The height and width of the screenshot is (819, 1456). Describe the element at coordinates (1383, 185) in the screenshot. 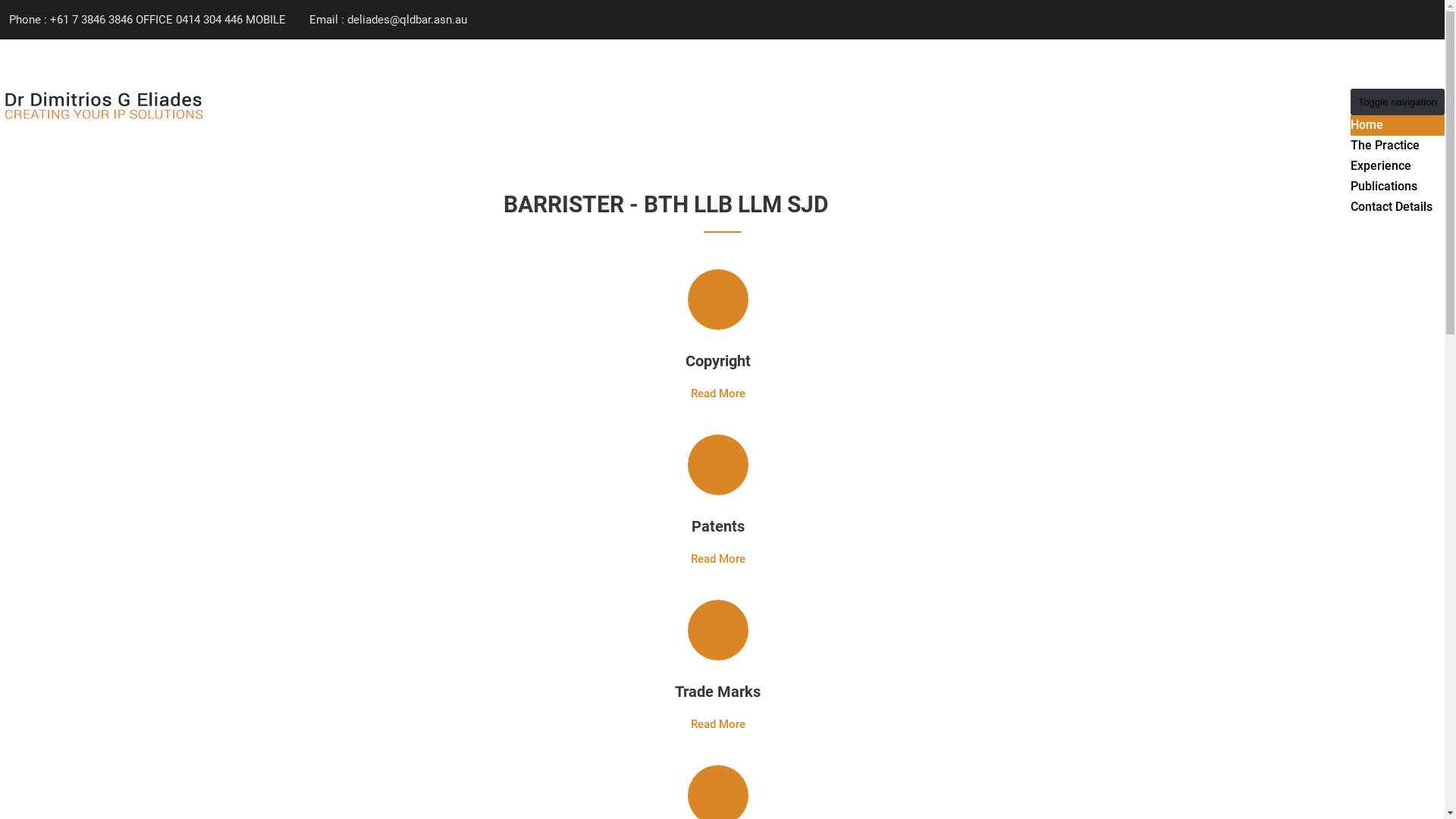

I see `'Publications'` at that location.